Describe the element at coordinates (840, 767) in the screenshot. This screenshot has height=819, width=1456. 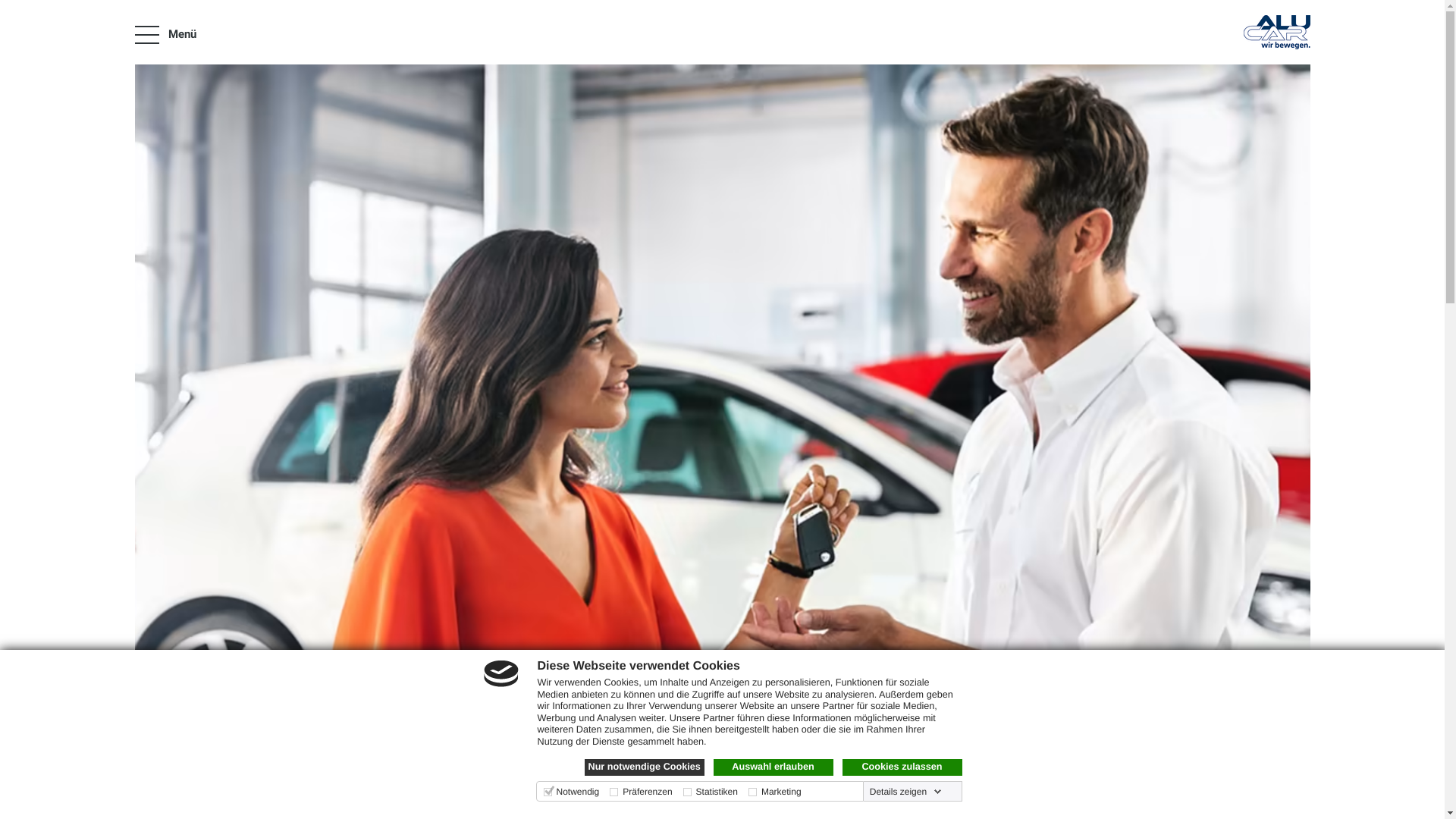
I see `'Cookies zulassen'` at that location.